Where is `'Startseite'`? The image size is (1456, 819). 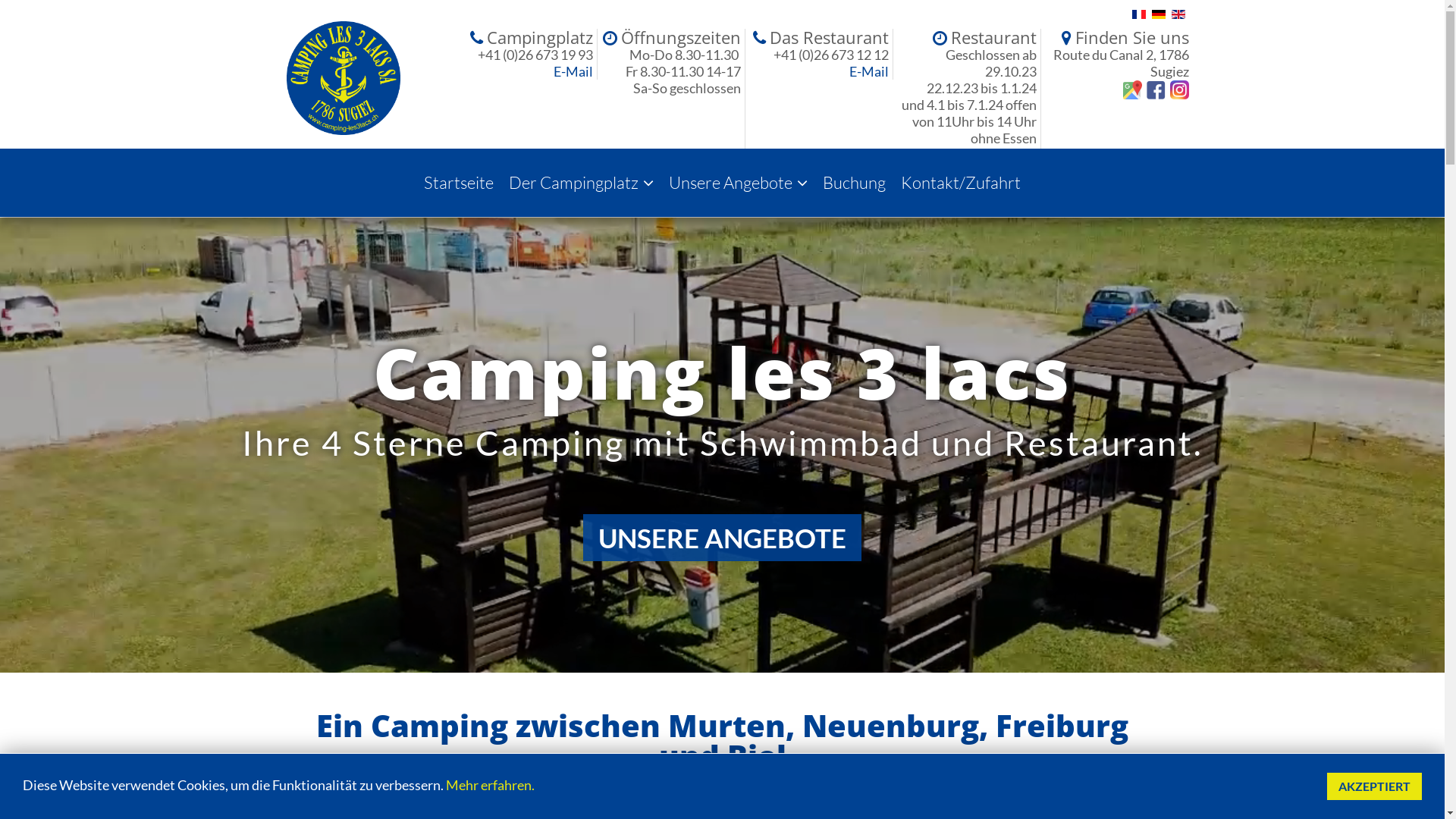
'Startseite' is located at coordinates (457, 181).